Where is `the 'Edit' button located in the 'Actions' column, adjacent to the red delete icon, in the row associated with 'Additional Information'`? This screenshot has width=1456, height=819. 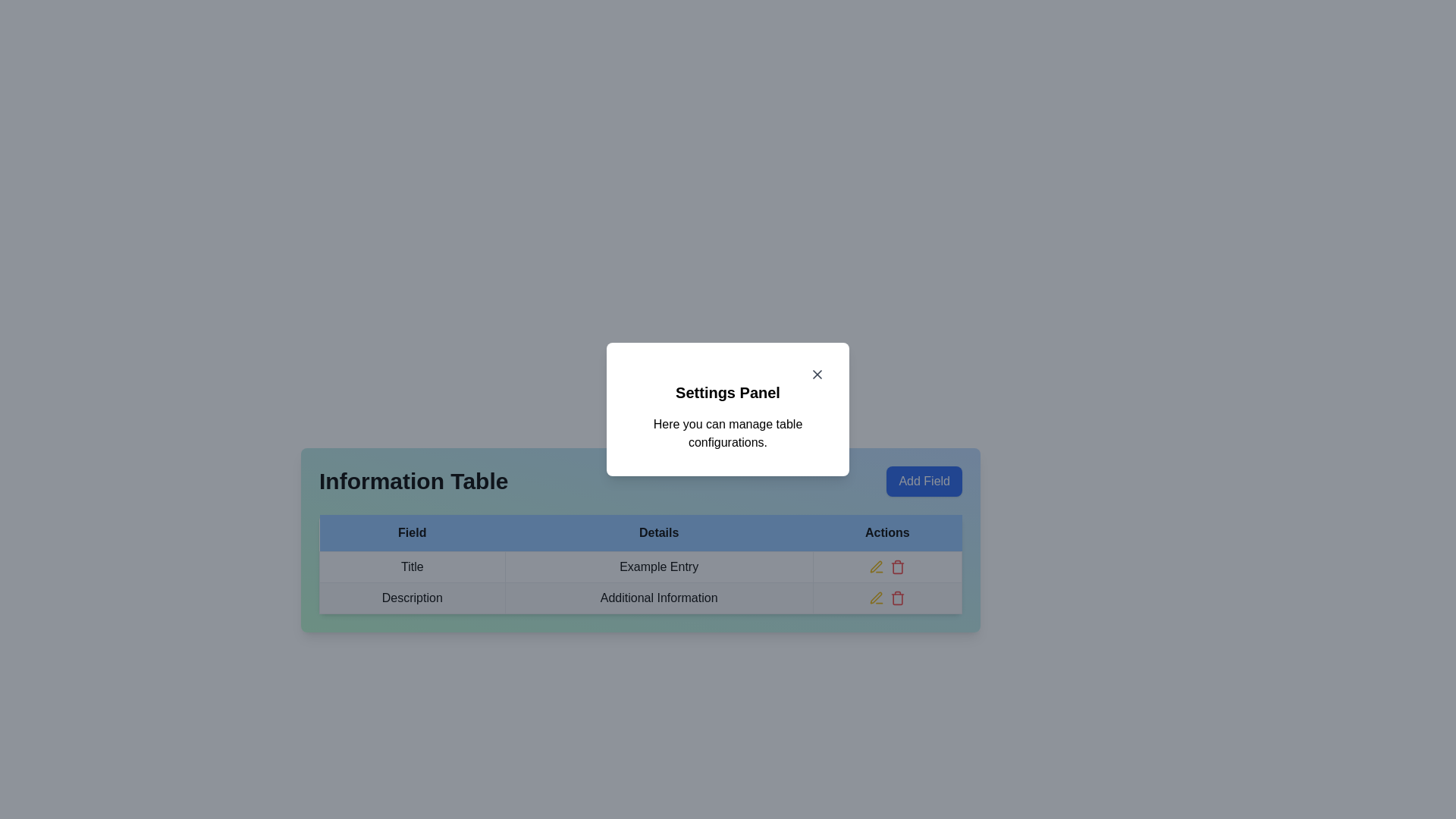 the 'Edit' button located in the 'Actions' column, adjacent to the red delete icon, in the row associated with 'Additional Information' is located at coordinates (877, 598).